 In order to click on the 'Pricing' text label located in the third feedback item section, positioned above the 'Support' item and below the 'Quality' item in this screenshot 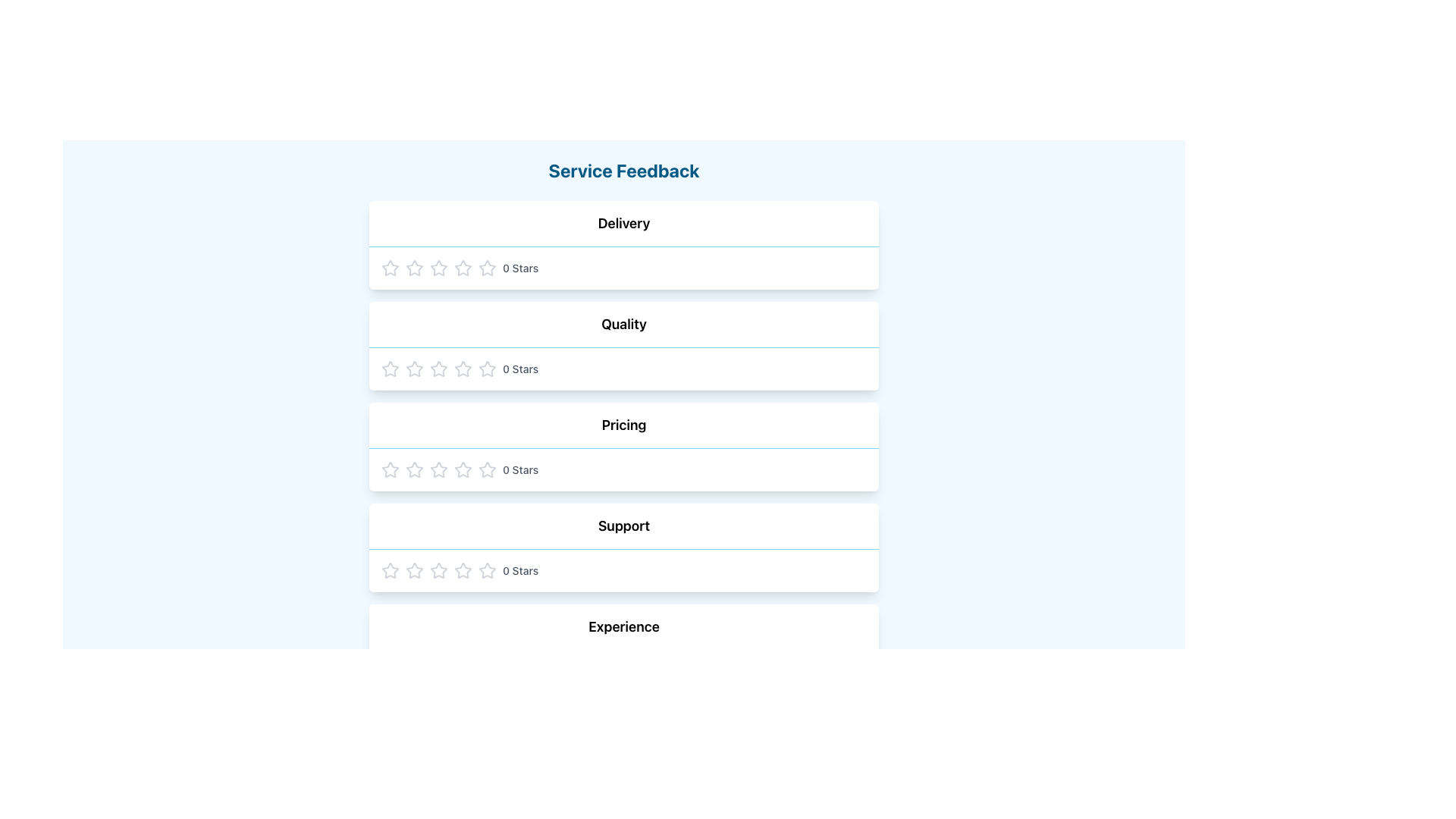, I will do `click(623, 425)`.